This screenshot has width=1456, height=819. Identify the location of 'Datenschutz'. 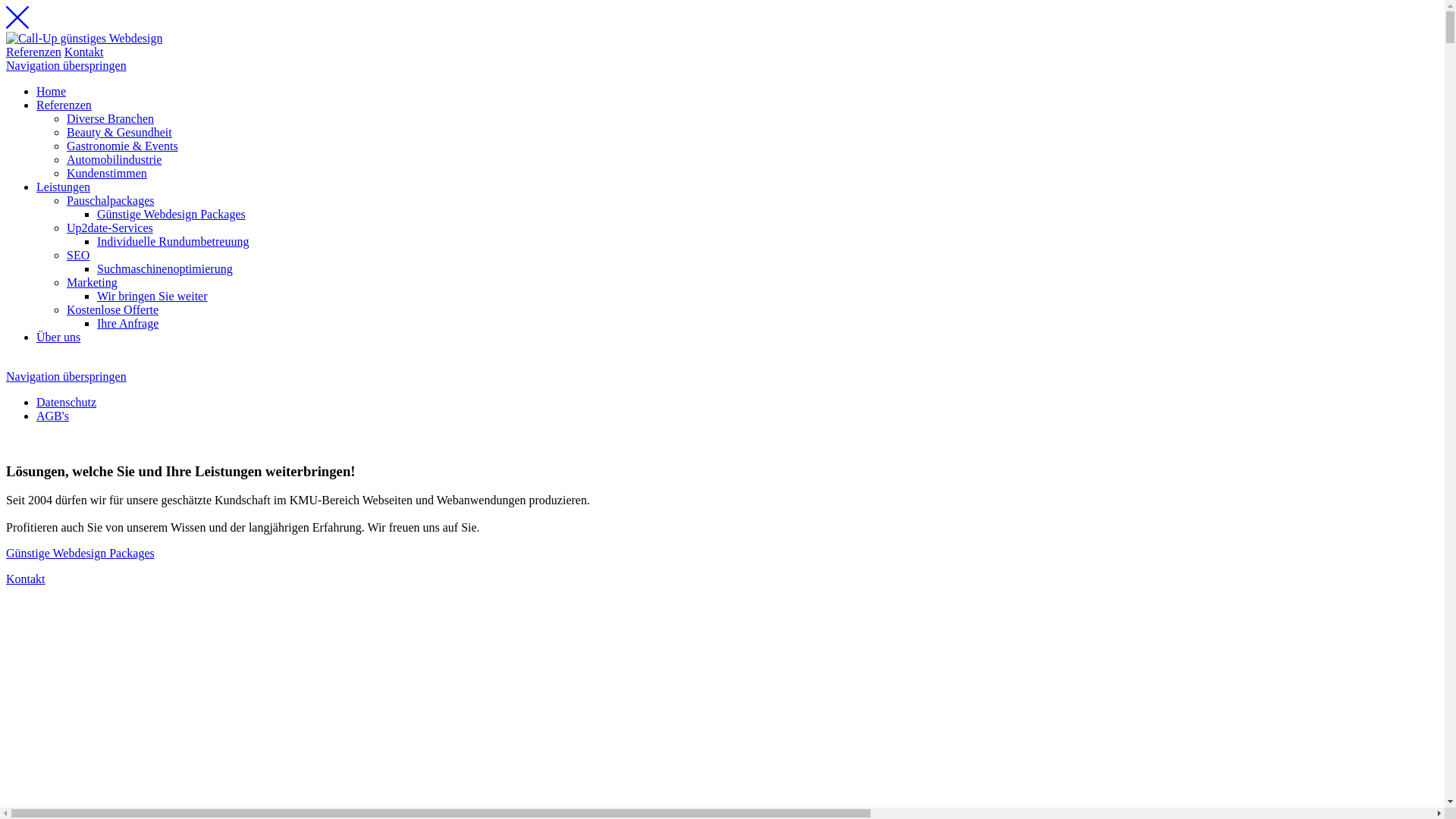
(36, 401).